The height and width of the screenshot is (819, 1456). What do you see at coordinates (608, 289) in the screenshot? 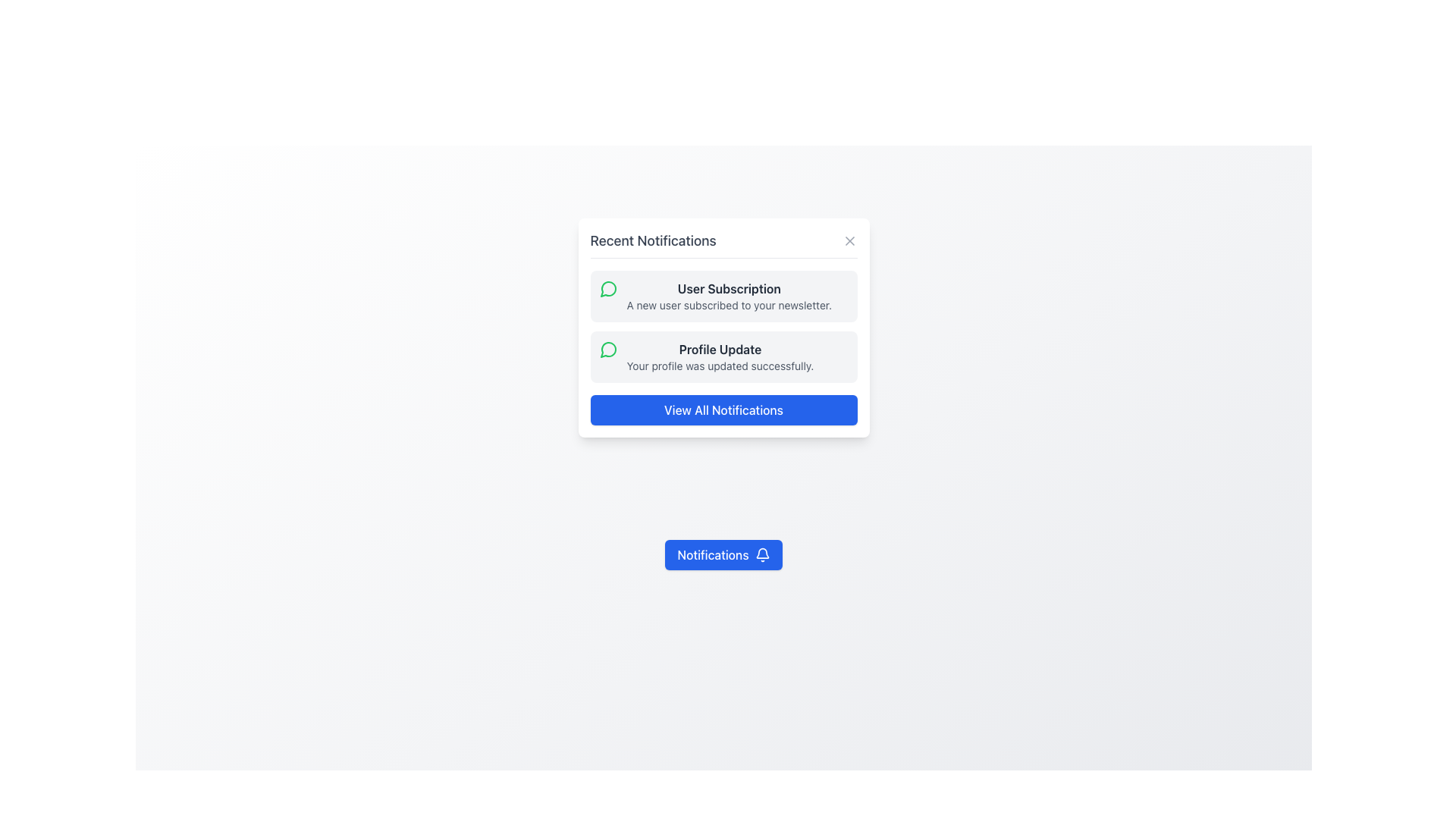
I see `the green circular speech bubble icon located to the left of the 'User Subscription' text in the notification card` at bounding box center [608, 289].